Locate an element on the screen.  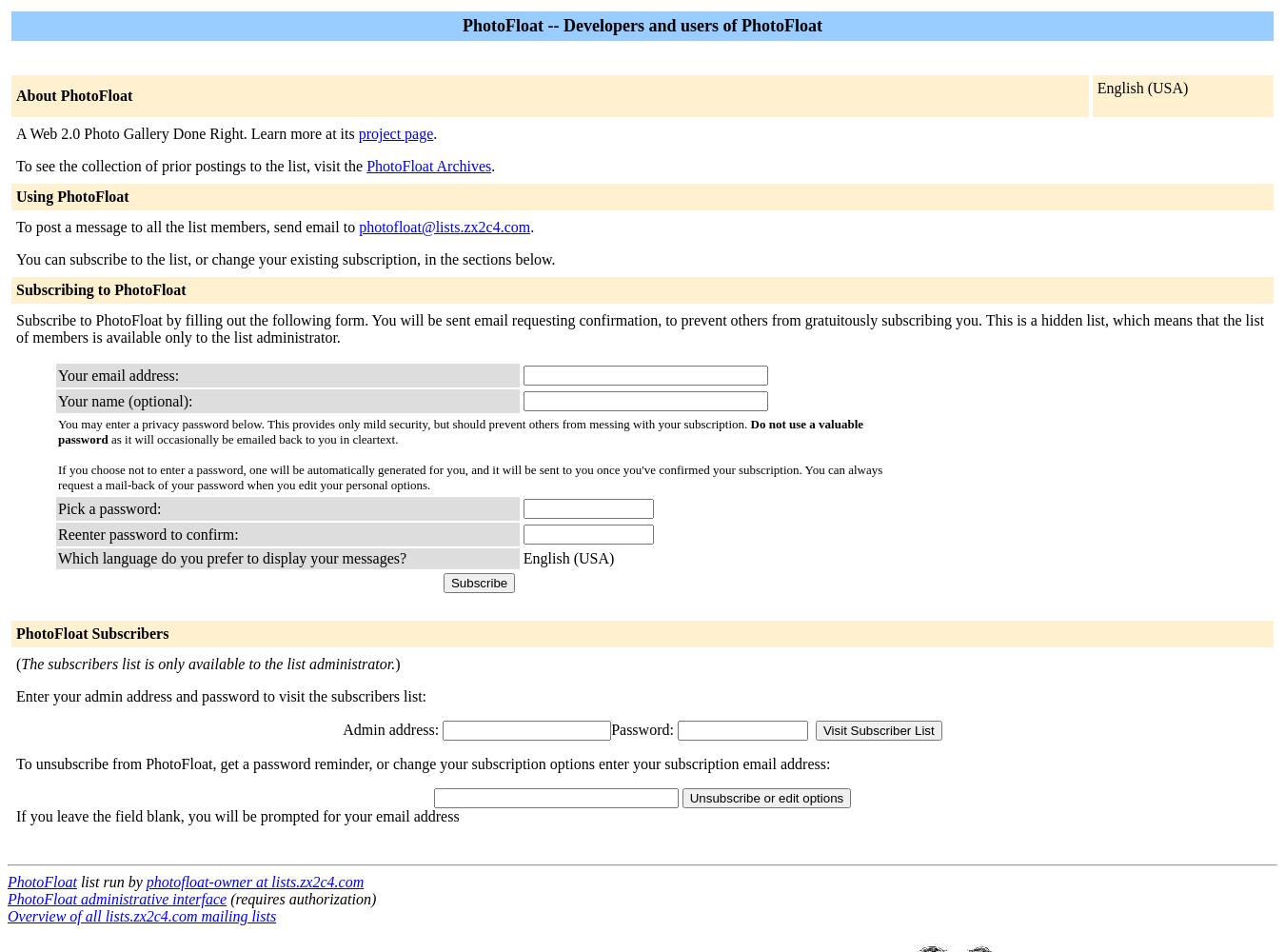
'PhotoFloat' is located at coordinates (41, 882).